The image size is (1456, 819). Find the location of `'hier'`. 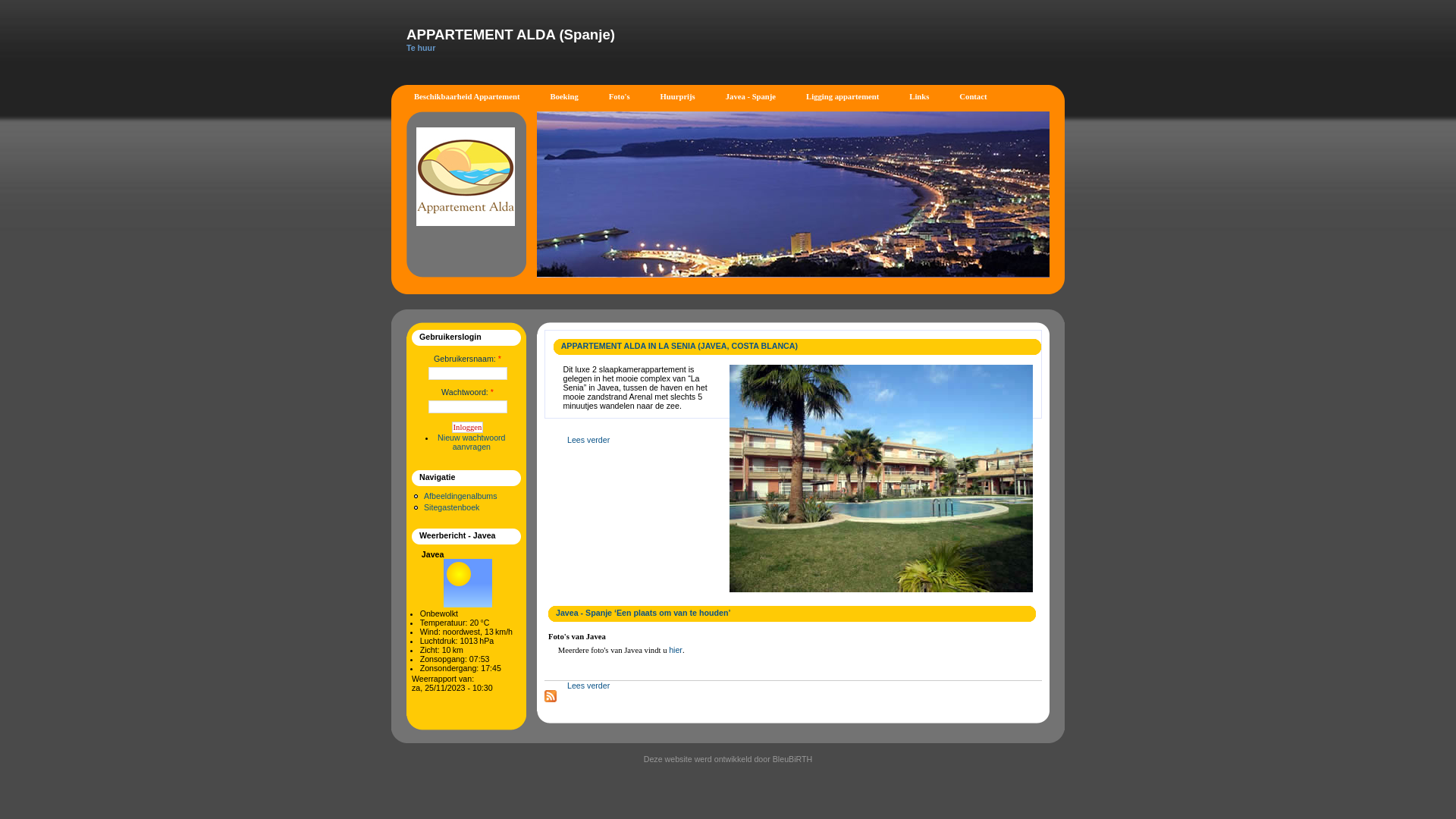

'hier' is located at coordinates (675, 648).